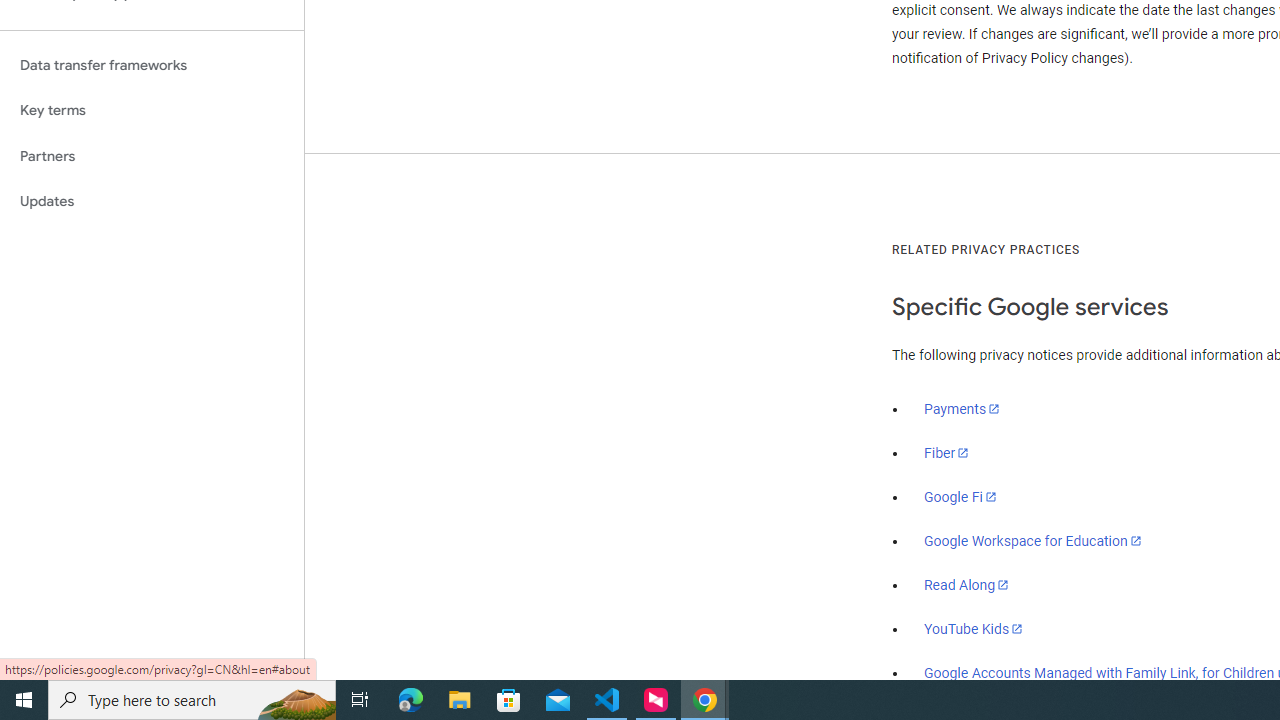  What do you see at coordinates (151, 155) in the screenshot?
I see `'Partners'` at bounding box center [151, 155].